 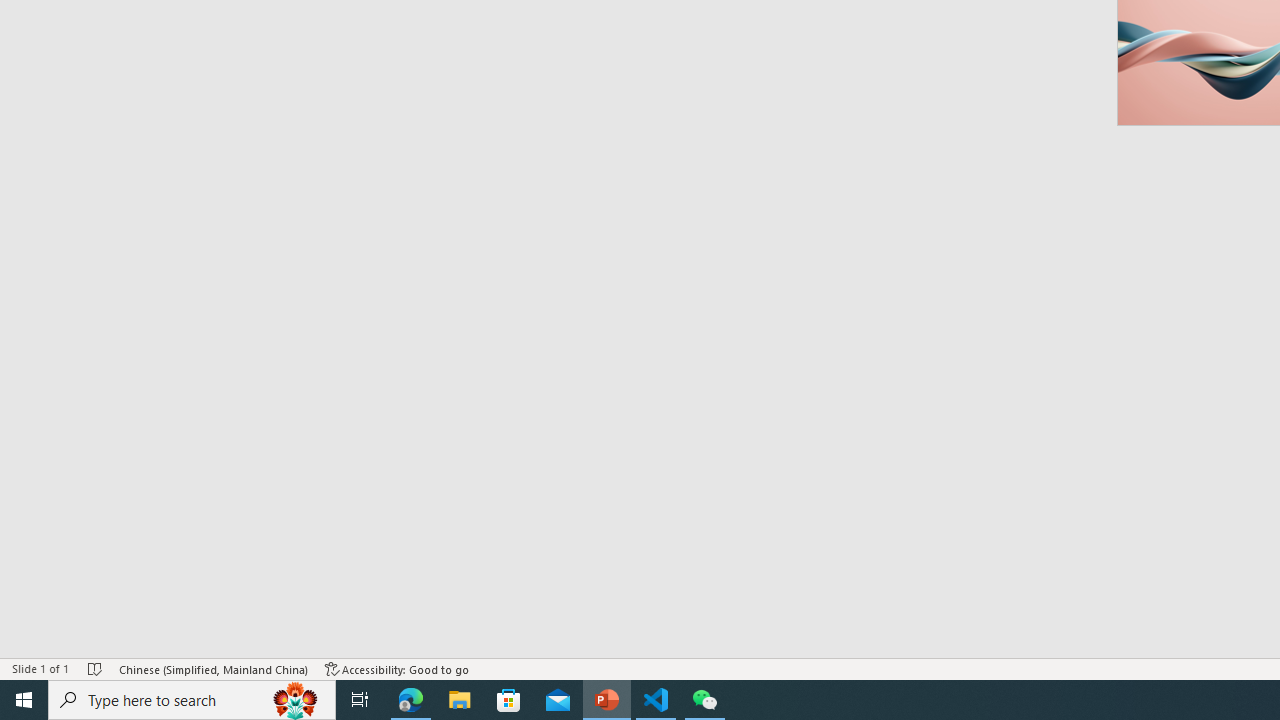 What do you see at coordinates (397, 669) in the screenshot?
I see `'Accessibility Checker Accessibility: Good to go'` at bounding box center [397, 669].